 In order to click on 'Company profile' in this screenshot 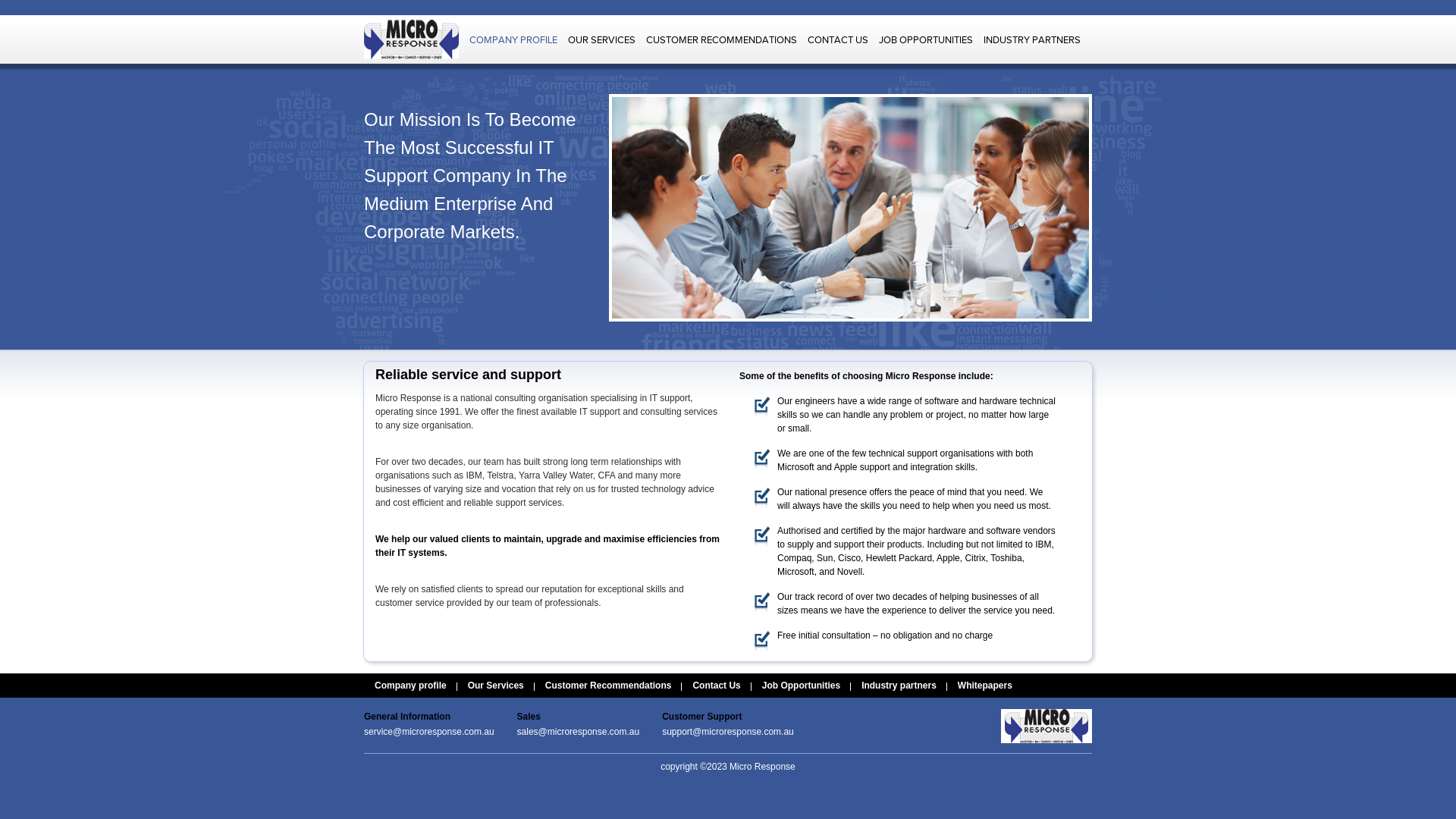, I will do `click(410, 685)`.